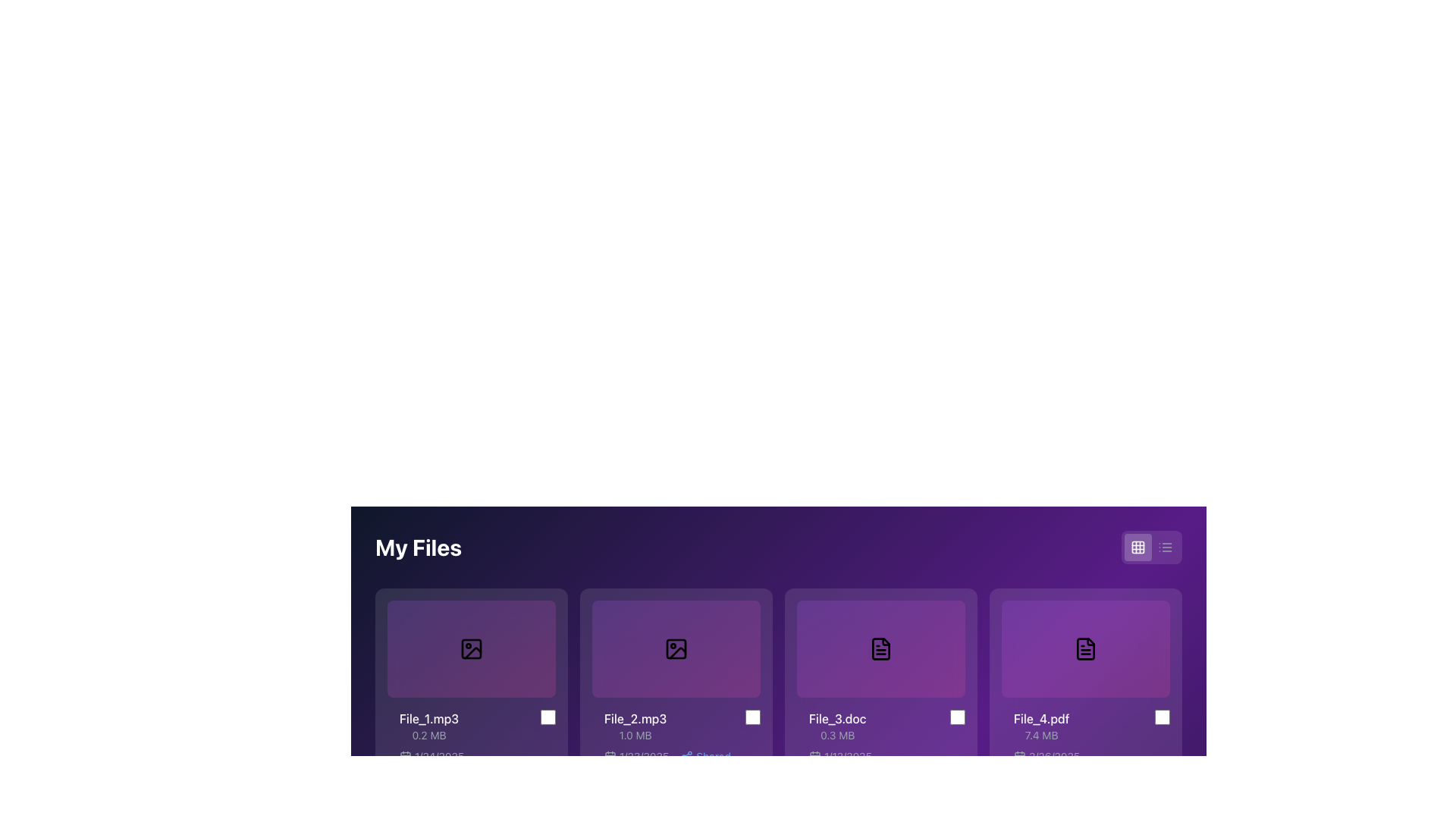 This screenshot has height=819, width=1456. I want to click on the SVG graphical element located, so click(471, 648).